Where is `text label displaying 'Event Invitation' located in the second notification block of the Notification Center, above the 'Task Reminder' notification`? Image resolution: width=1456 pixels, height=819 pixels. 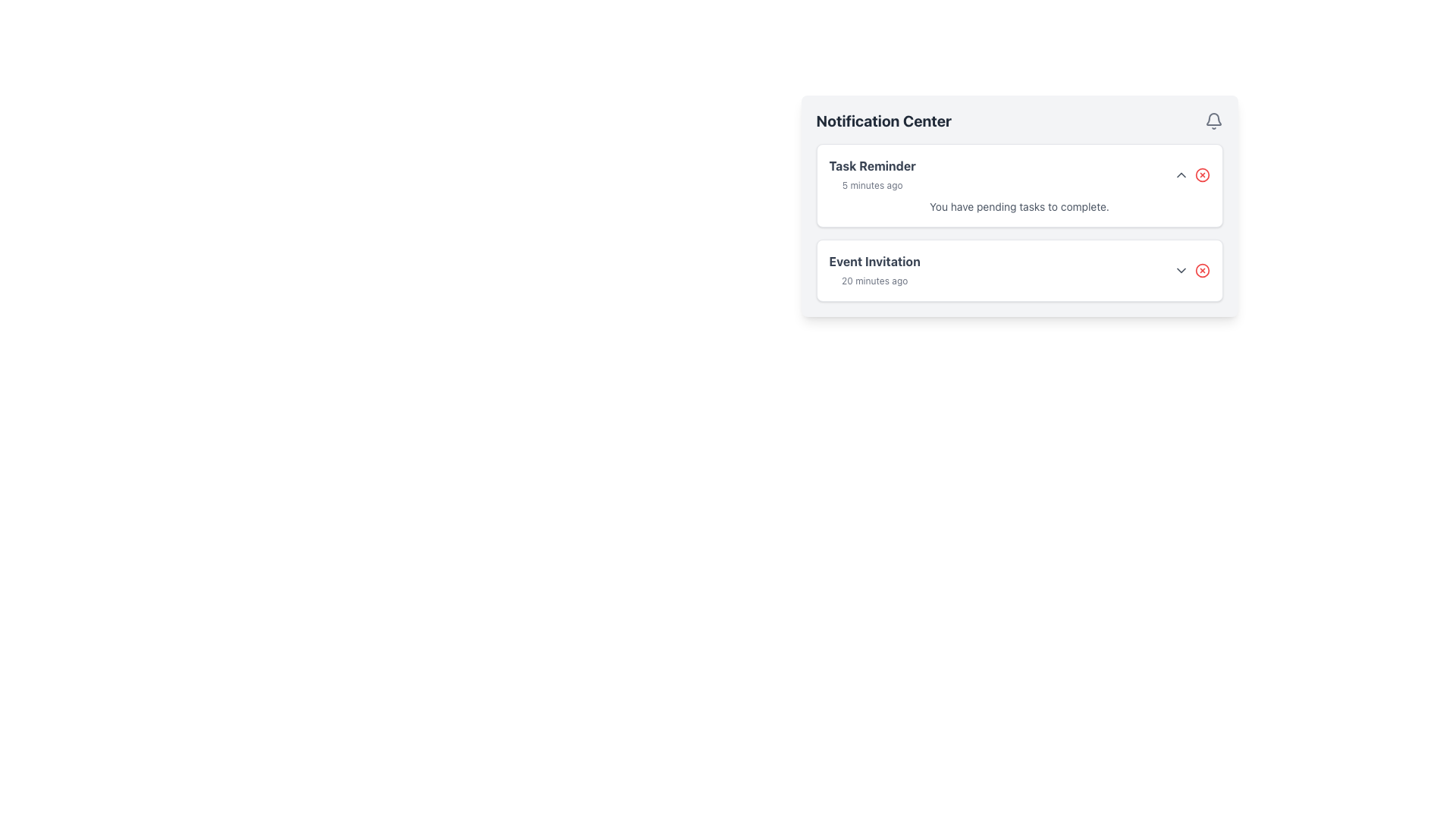 text label displaying 'Event Invitation' located in the second notification block of the Notification Center, above the 'Task Reminder' notification is located at coordinates (874, 260).